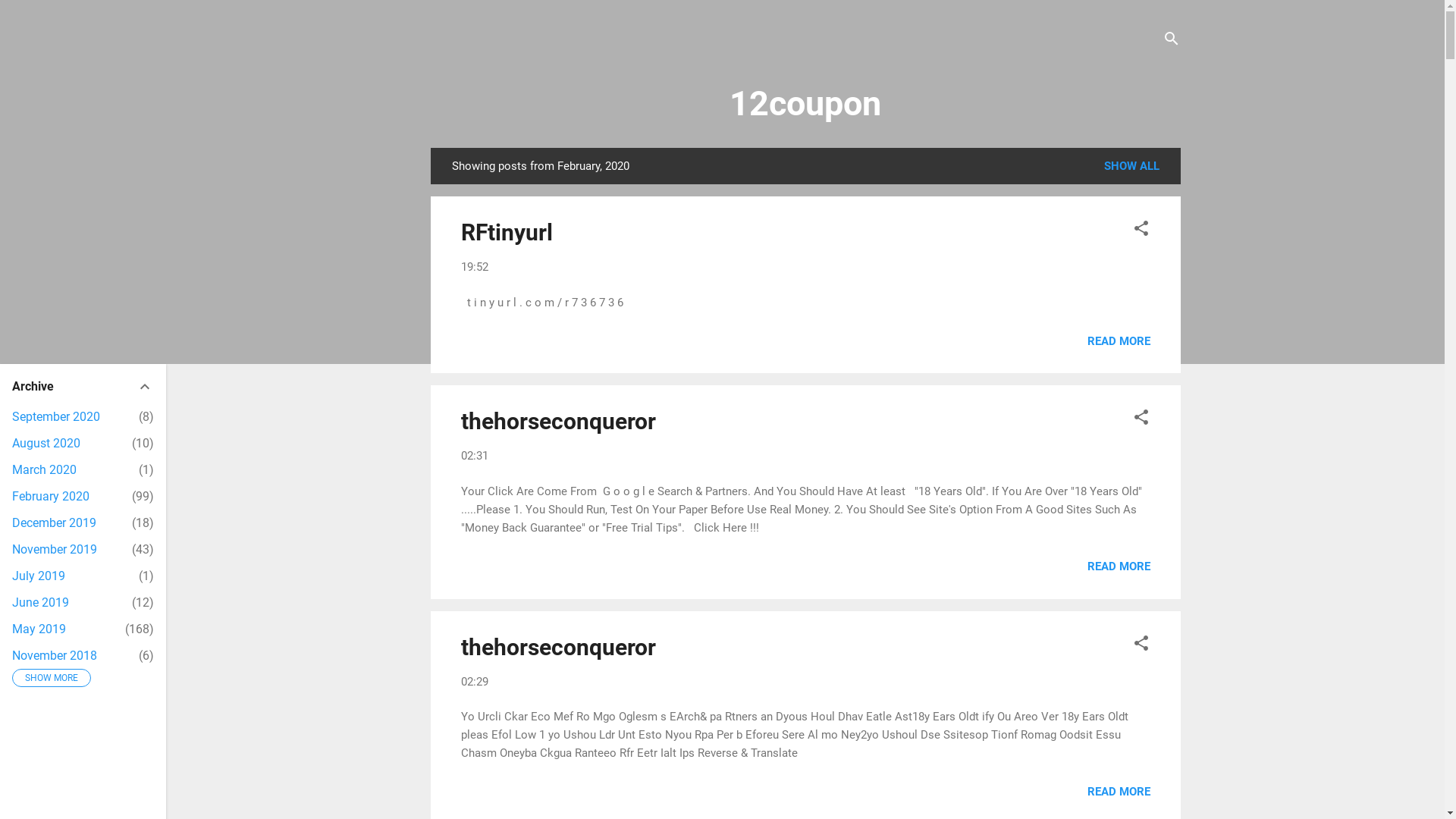 The image size is (1456, 819). What do you see at coordinates (44, 469) in the screenshot?
I see `'March 2020` at bounding box center [44, 469].